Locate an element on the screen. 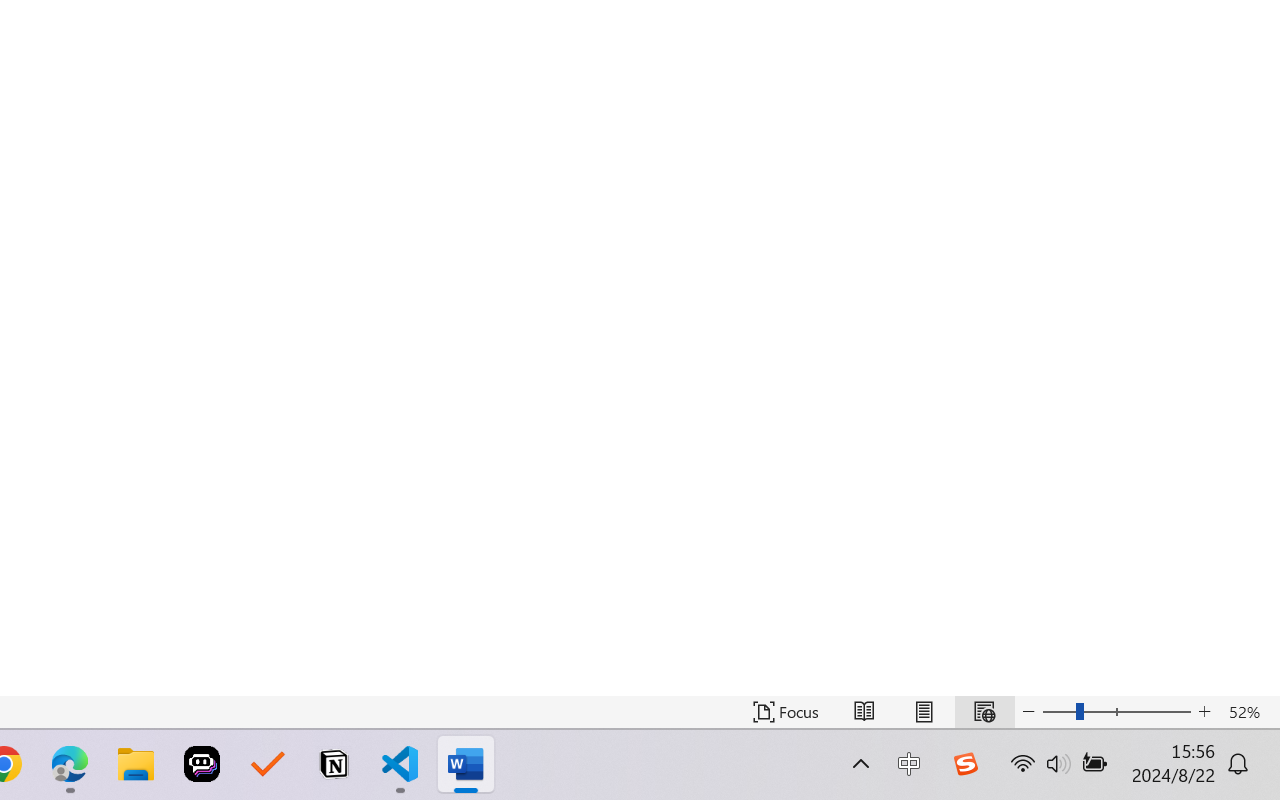 This screenshot has height=800, width=1280. 'Read Mode' is located at coordinates (864, 711).